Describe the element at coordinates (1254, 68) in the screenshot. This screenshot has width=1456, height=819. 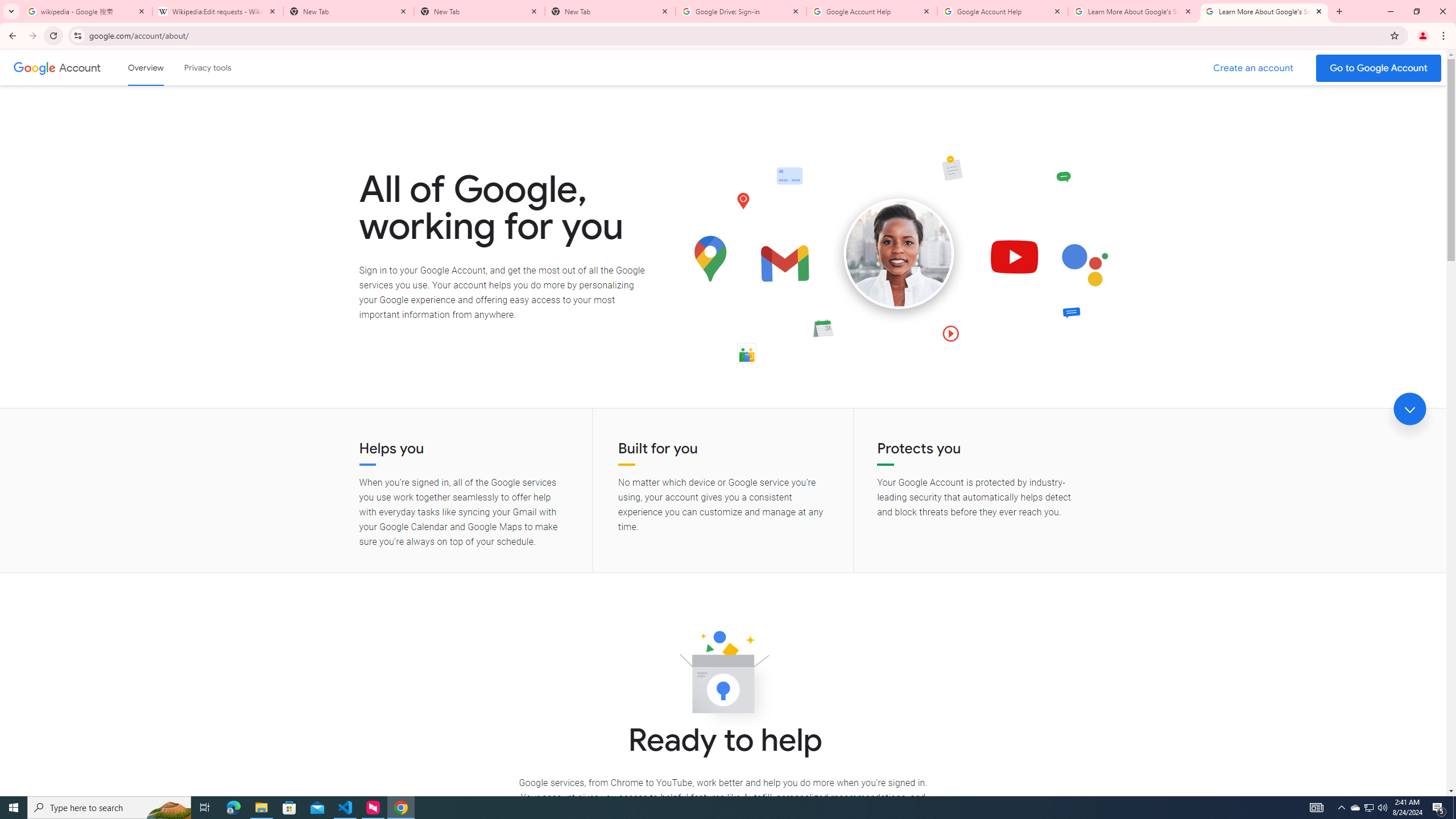
I see `'Create a Google Account'` at that location.